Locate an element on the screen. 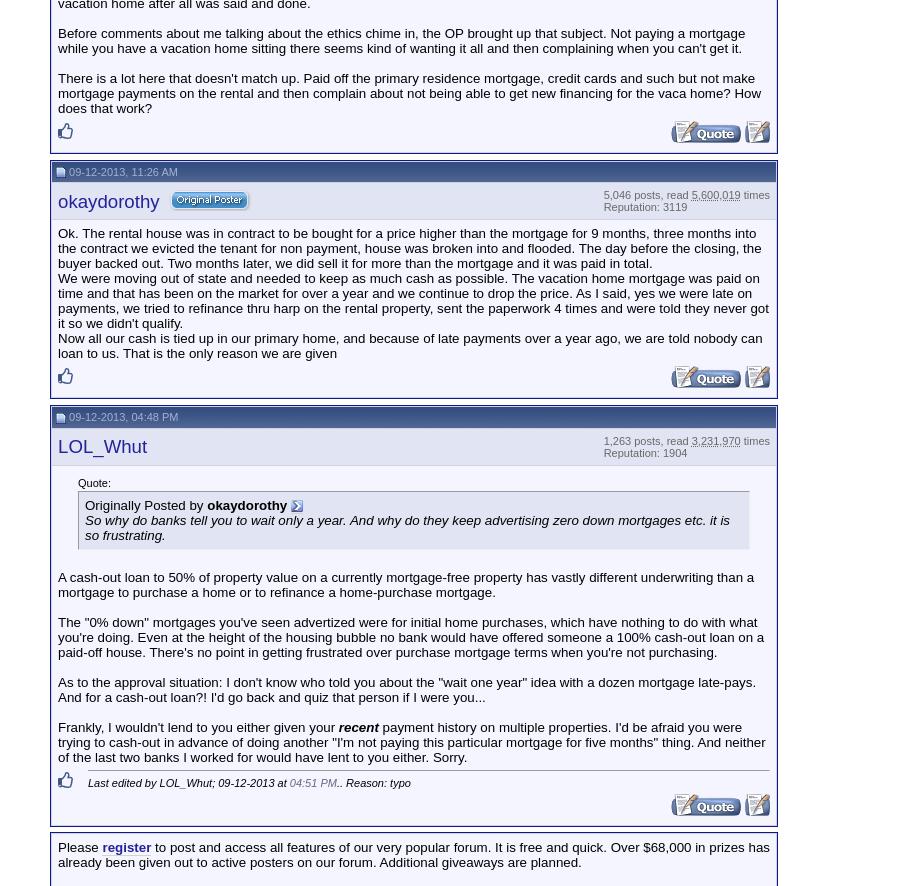 The height and width of the screenshot is (886, 907). 'So why do banks tell you to wait only a year. And why do they keep advertising zero down mortgages etc. it is so frustrating.' is located at coordinates (407, 525).